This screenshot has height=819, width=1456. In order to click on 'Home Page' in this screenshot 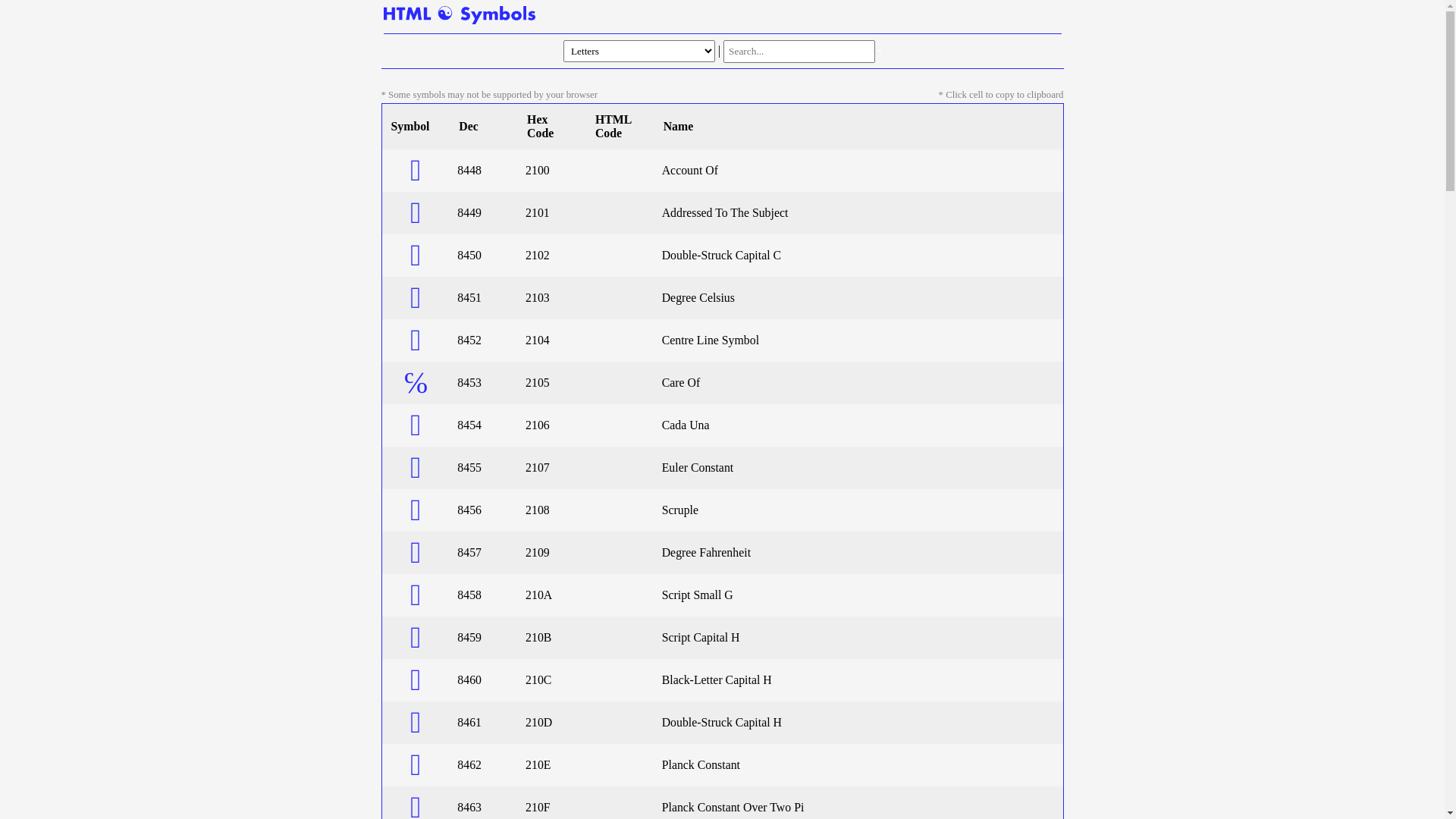, I will do `click(458, 14)`.